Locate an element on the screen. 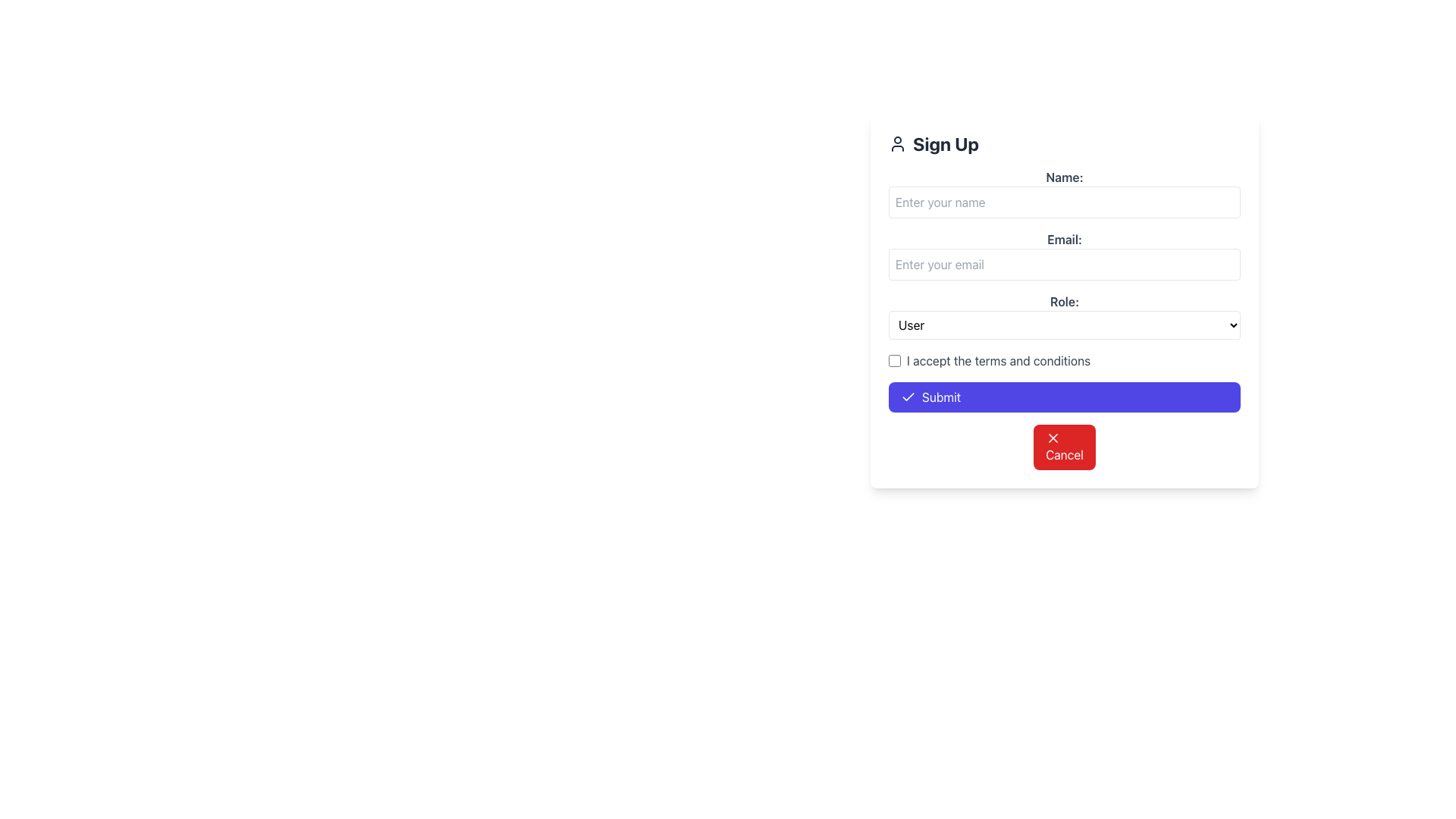 Image resolution: width=1456 pixels, height=819 pixels. the user profile icon, which is a small outline of a person located to the left of the 'Sign Up' text in the top left of the form is located at coordinates (898, 143).